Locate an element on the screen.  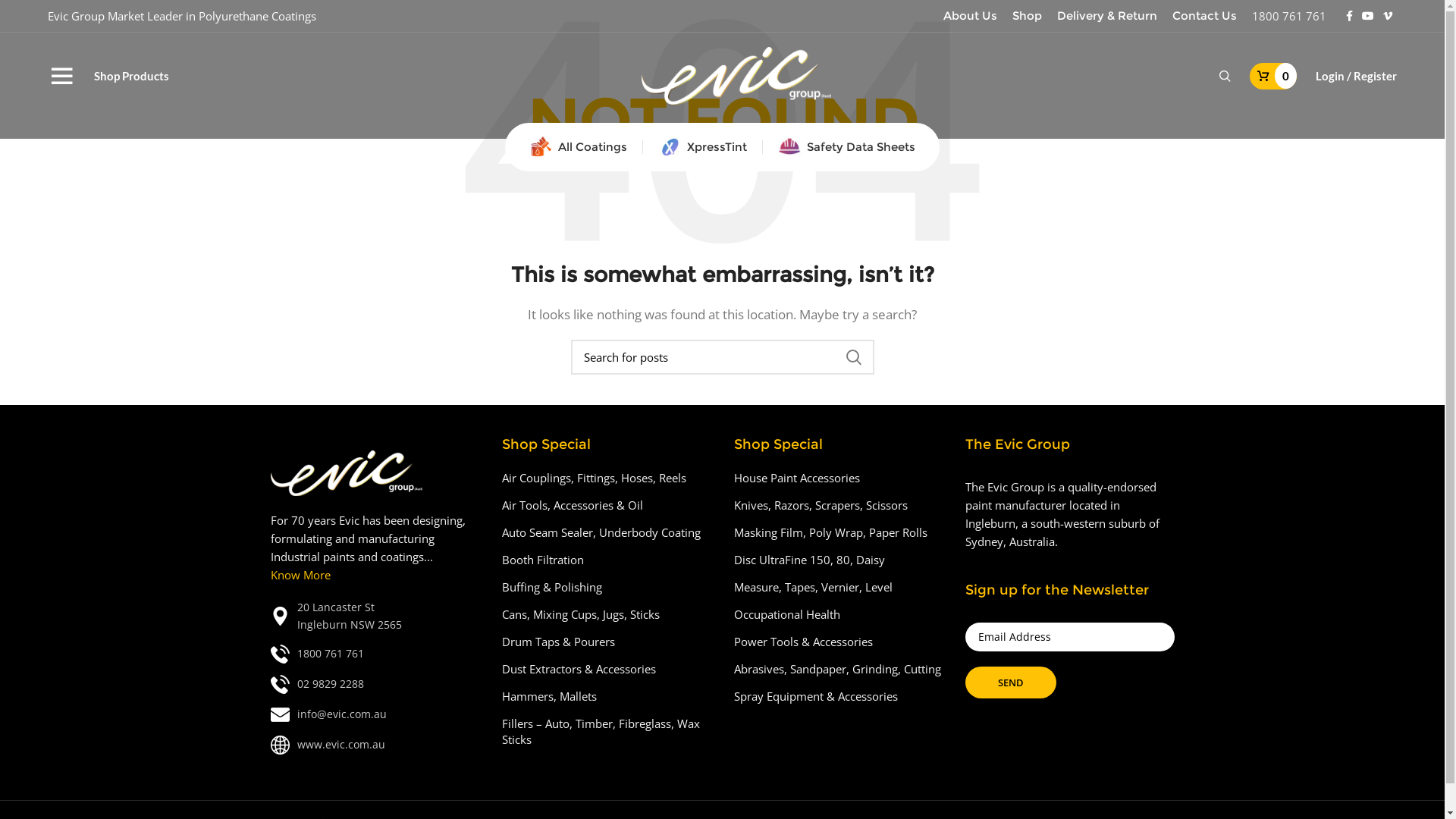
'Safety Data Sheets' is located at coordinates (846, 146).